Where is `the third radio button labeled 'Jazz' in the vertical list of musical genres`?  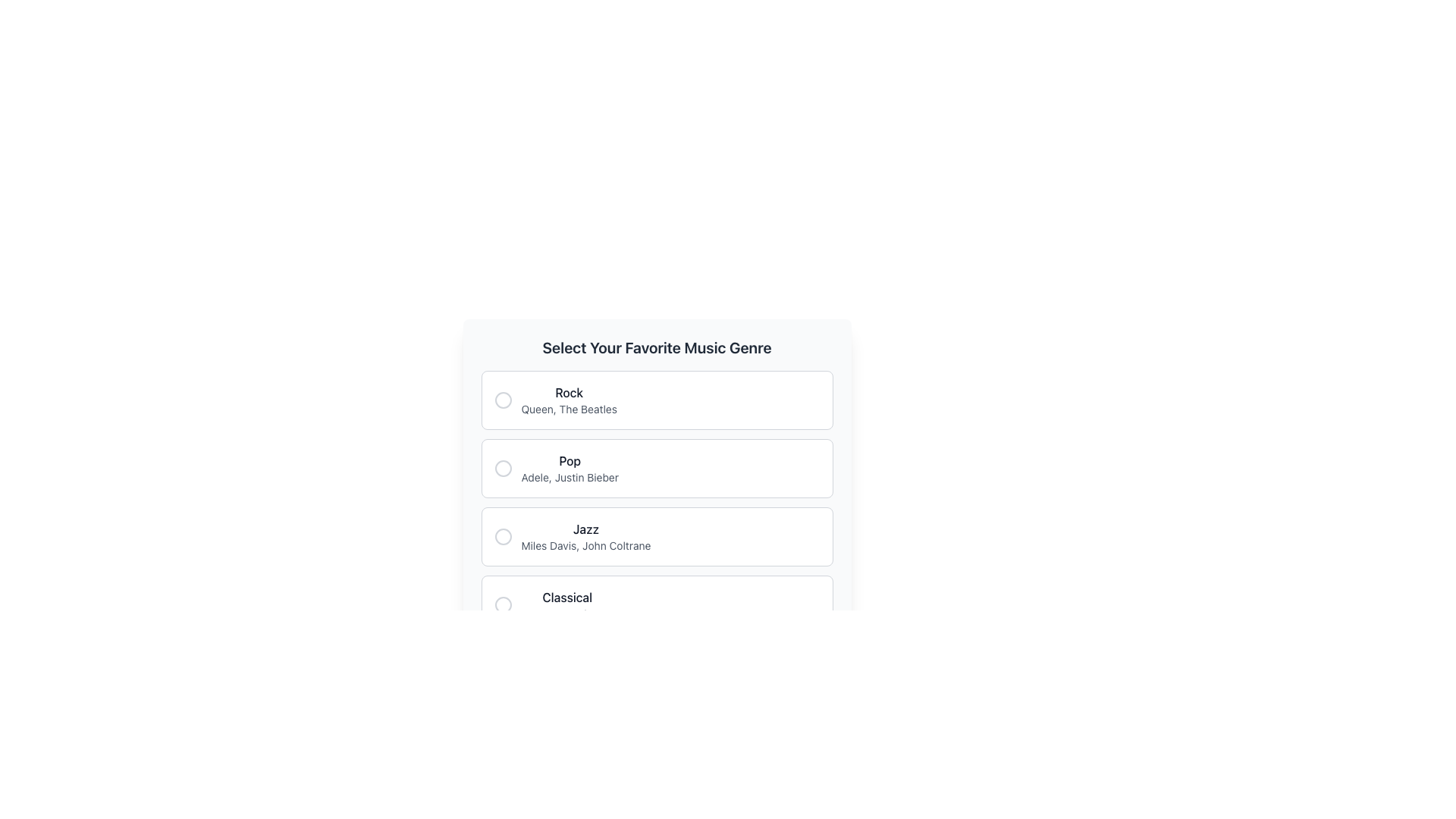
the third radio button labeled 'Jazz' in the vertical list of musical genres is located at coordinates (503, 536).